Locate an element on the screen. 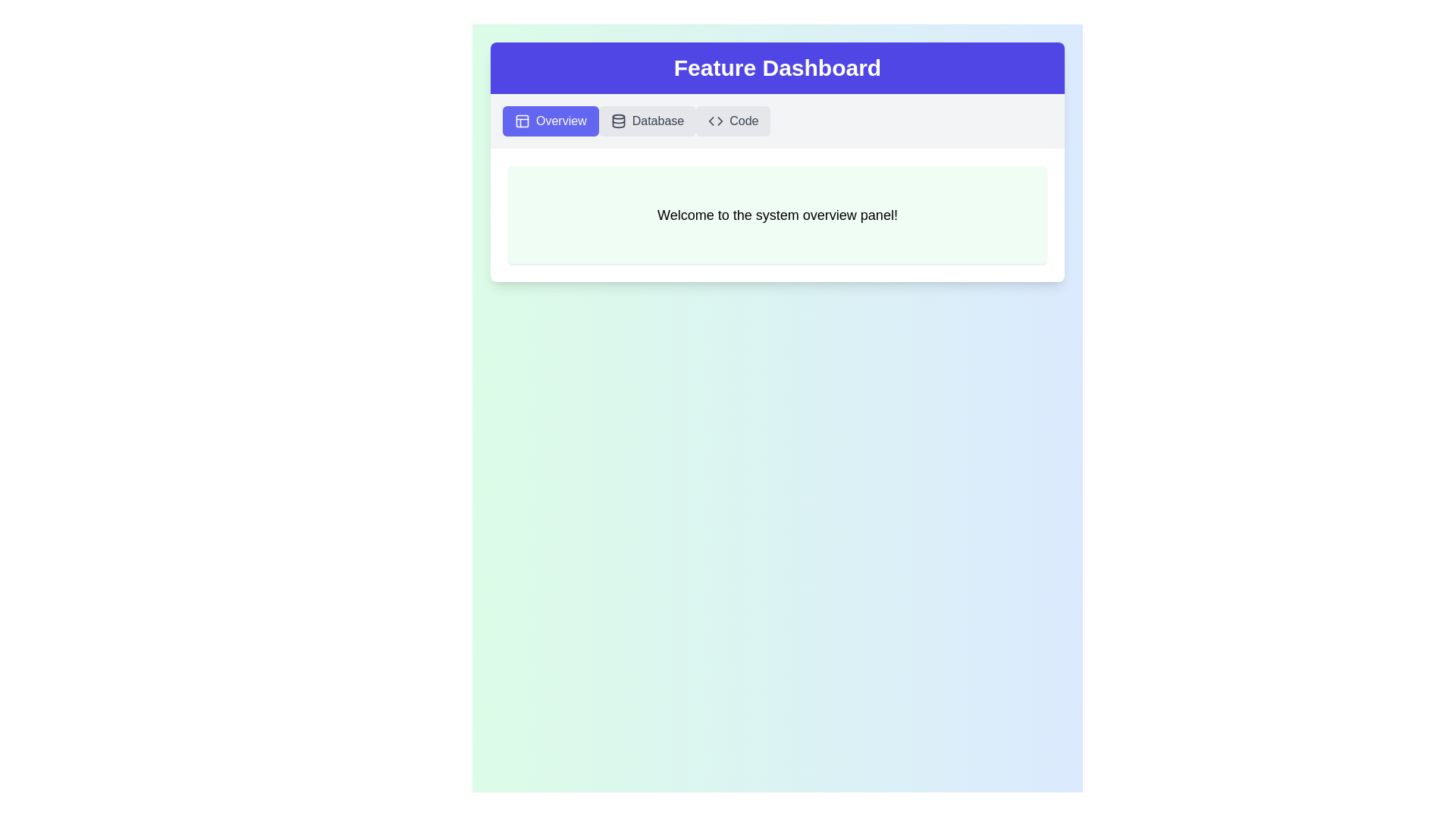  the second button in the row, which navigates to the 'Database' section is located at coordinates (648, 120).